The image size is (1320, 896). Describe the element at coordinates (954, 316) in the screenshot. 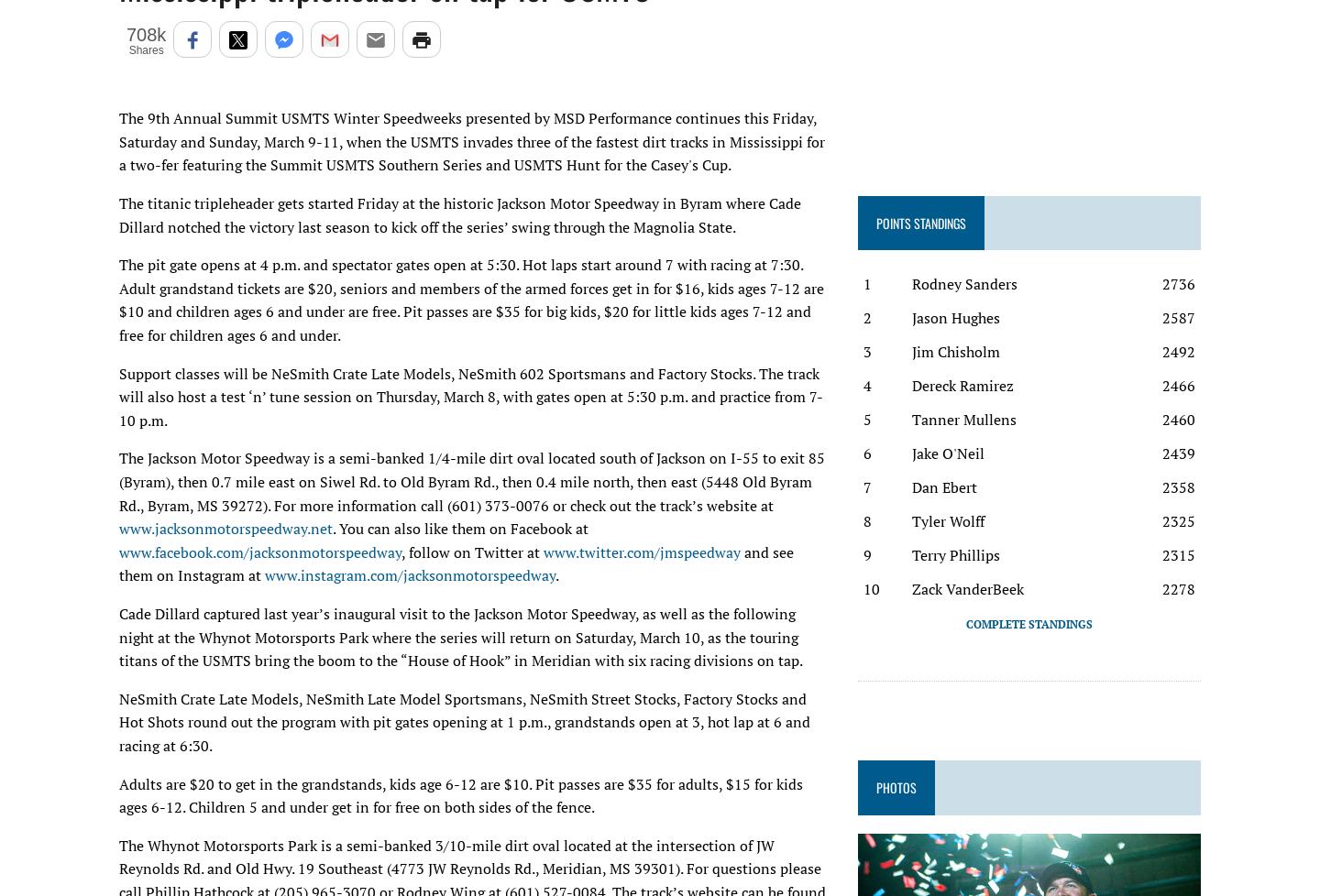

I see `'Jason Hughes'` at that location.